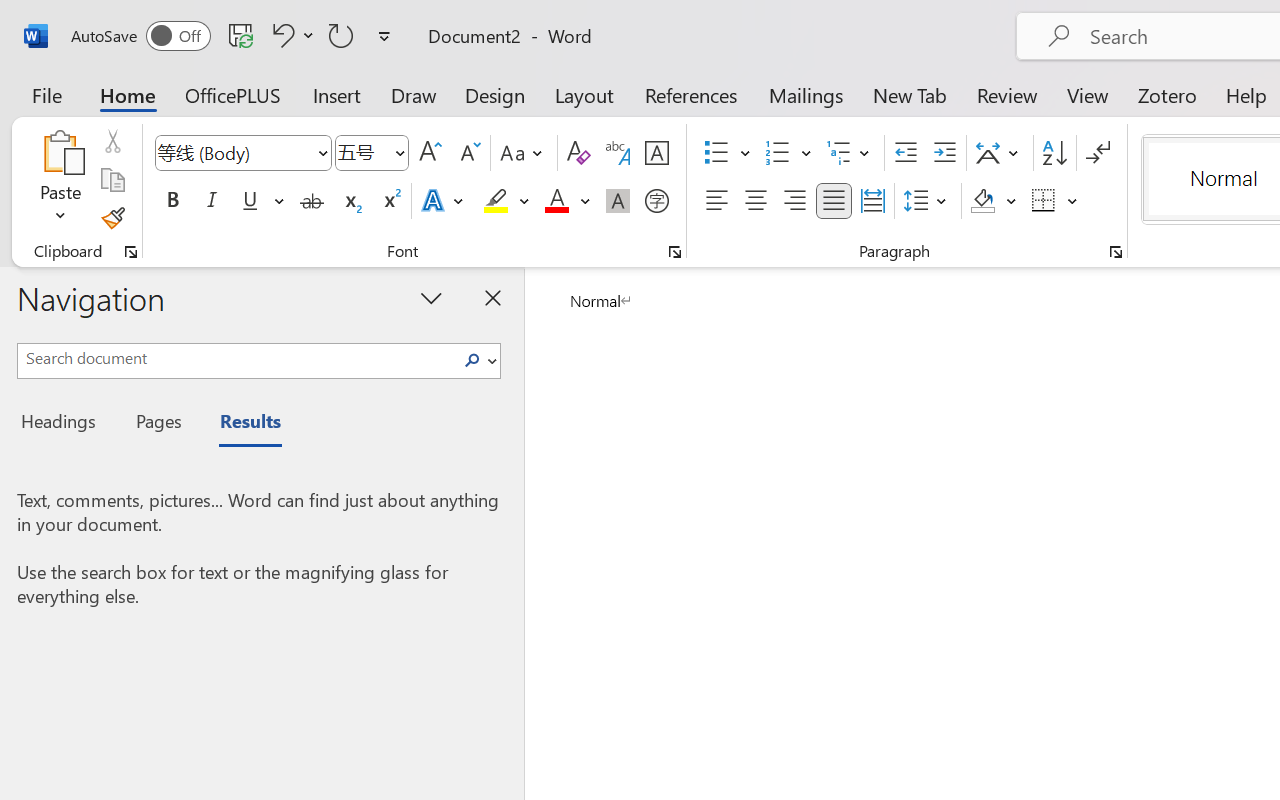 The height and width of the screenshot is (800, 1280). Describe the element at coordinates (755, 201) in the screenshot. I see `'Center'` at that location.